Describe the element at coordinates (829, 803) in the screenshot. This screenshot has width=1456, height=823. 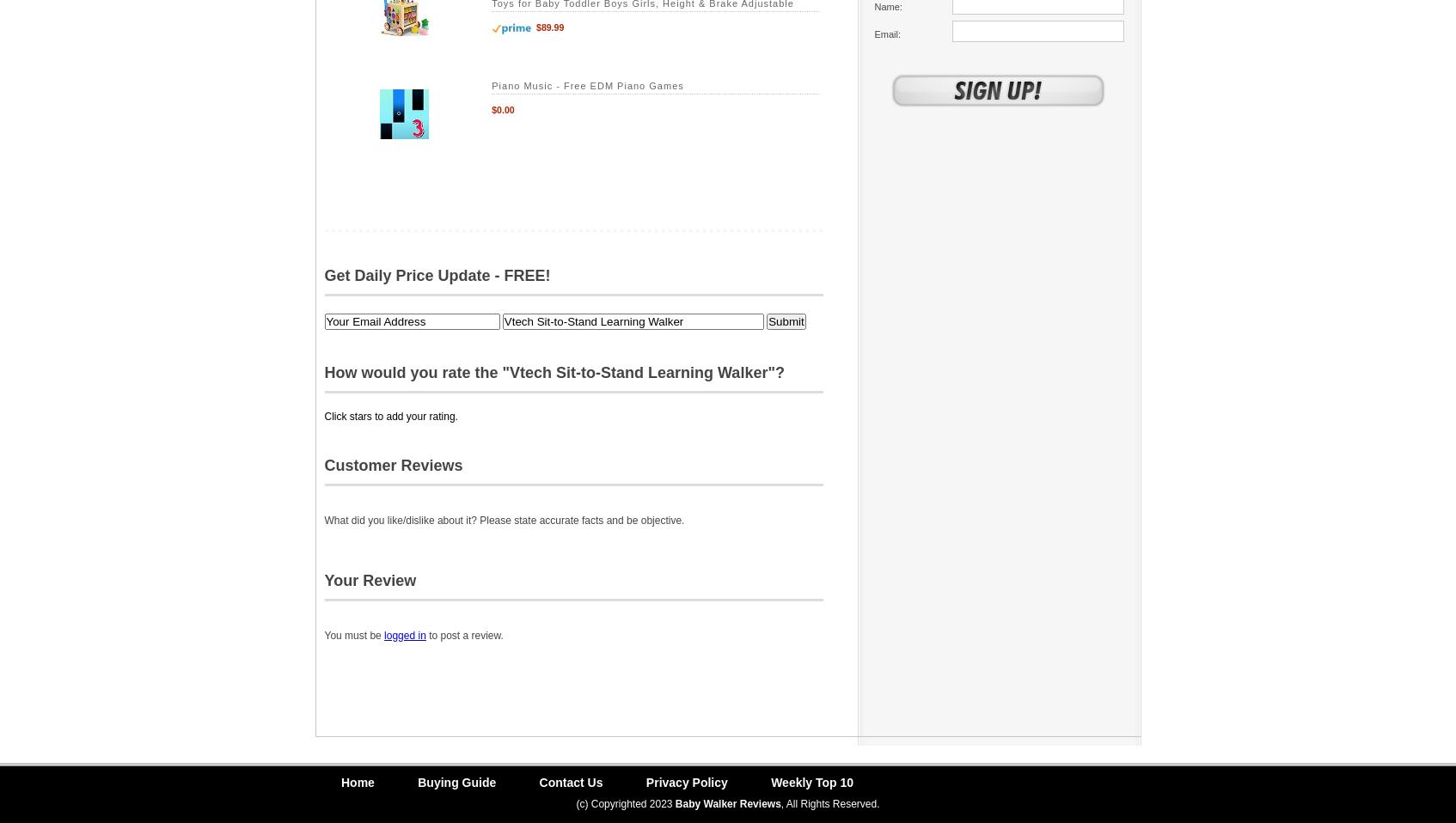
I see `', All Rights Reserved.'` at that location.